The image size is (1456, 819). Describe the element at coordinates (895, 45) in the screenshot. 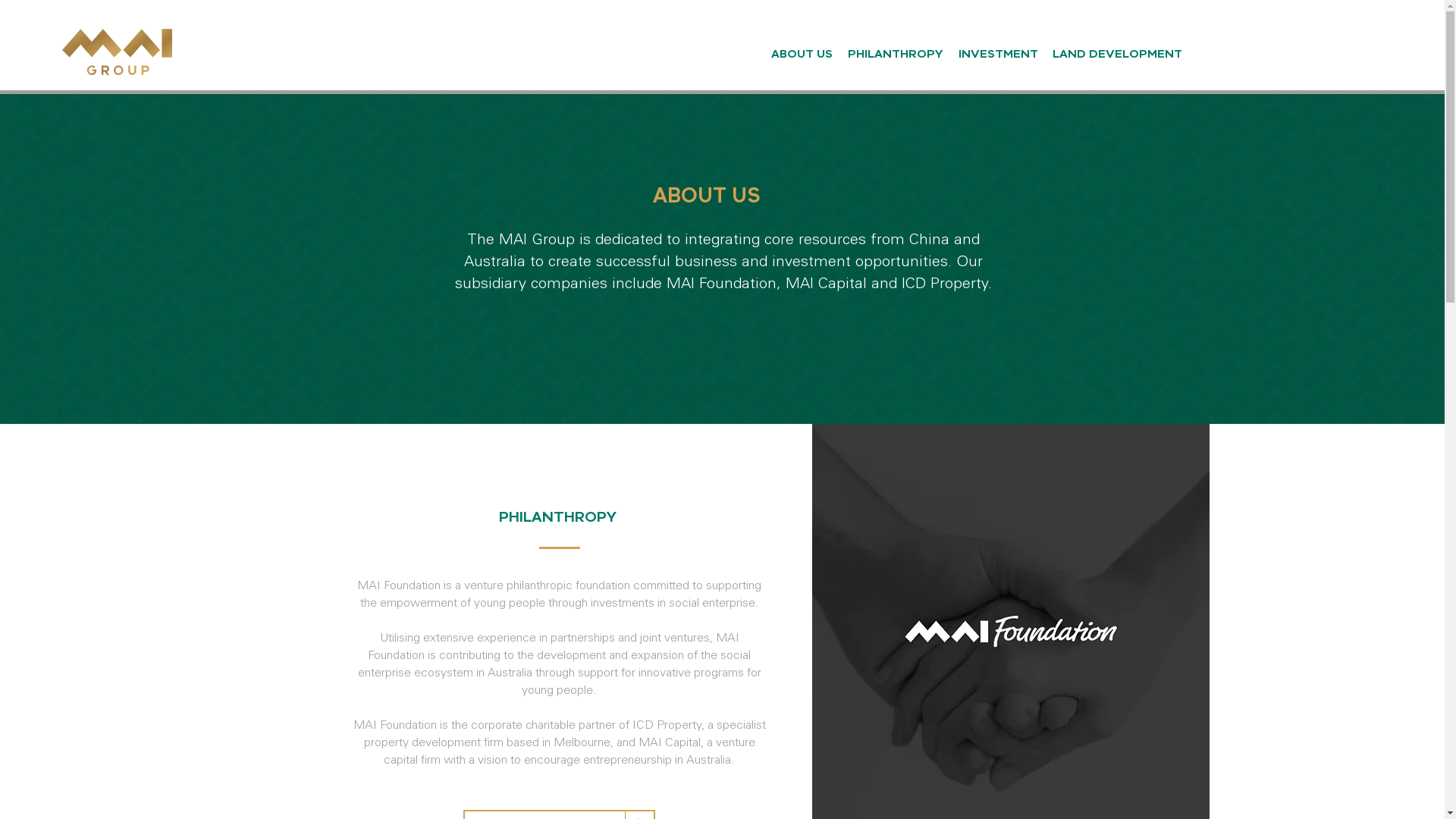

I see `'PHILANTHROPY'` at that location.